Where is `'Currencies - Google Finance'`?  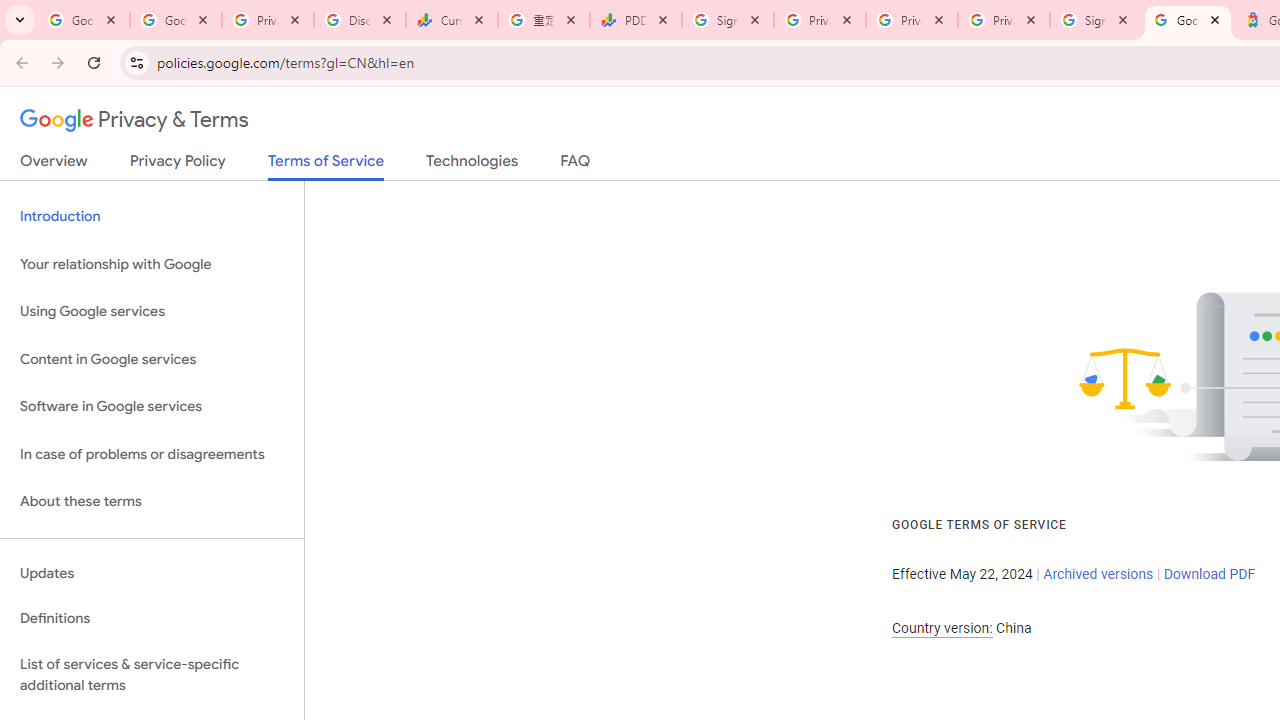 'Currencies - Google Finance' is located at coordinates (450, 20).